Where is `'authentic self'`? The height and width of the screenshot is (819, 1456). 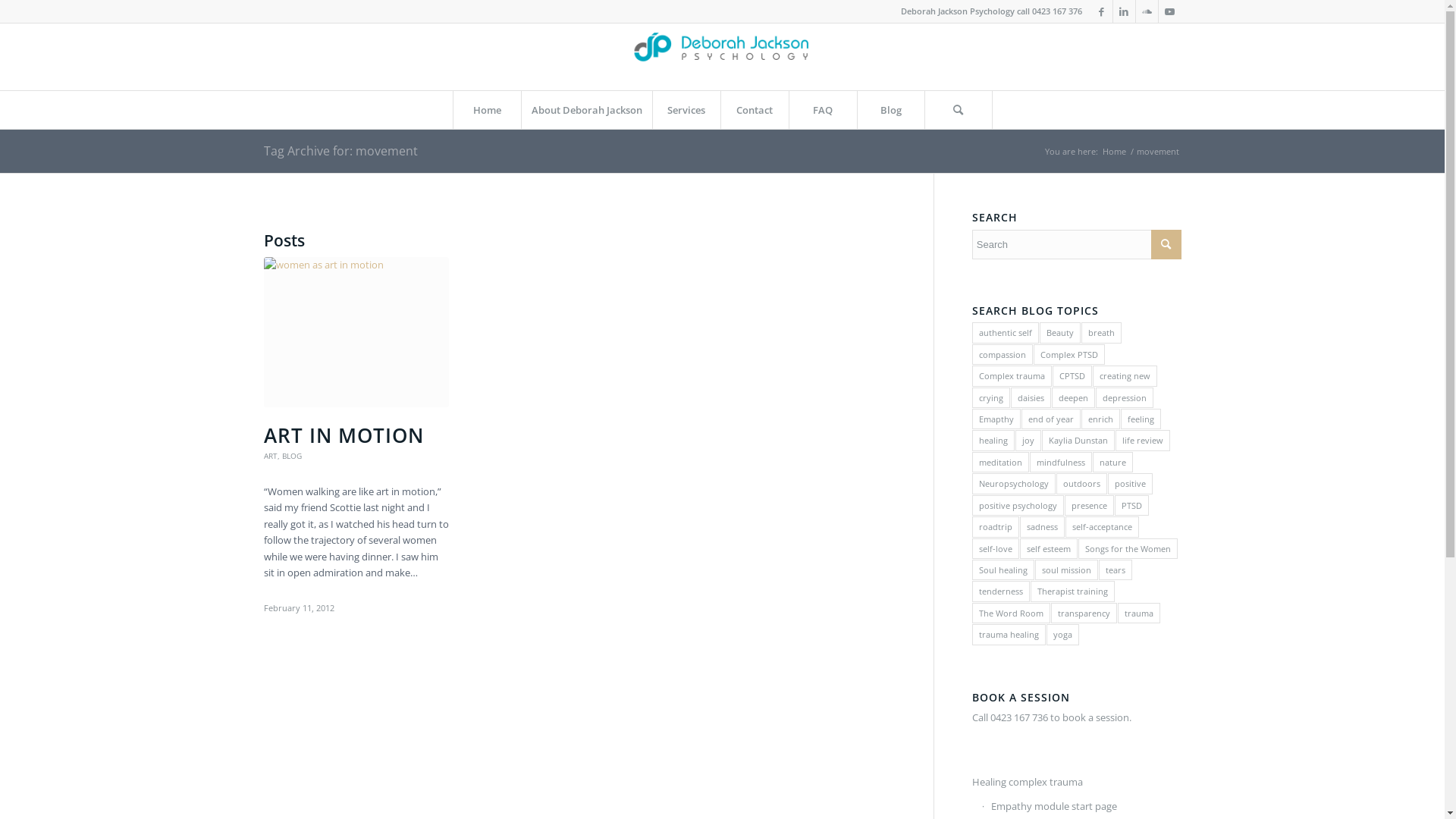 'authentic self' is located at coordinates (971, 331).